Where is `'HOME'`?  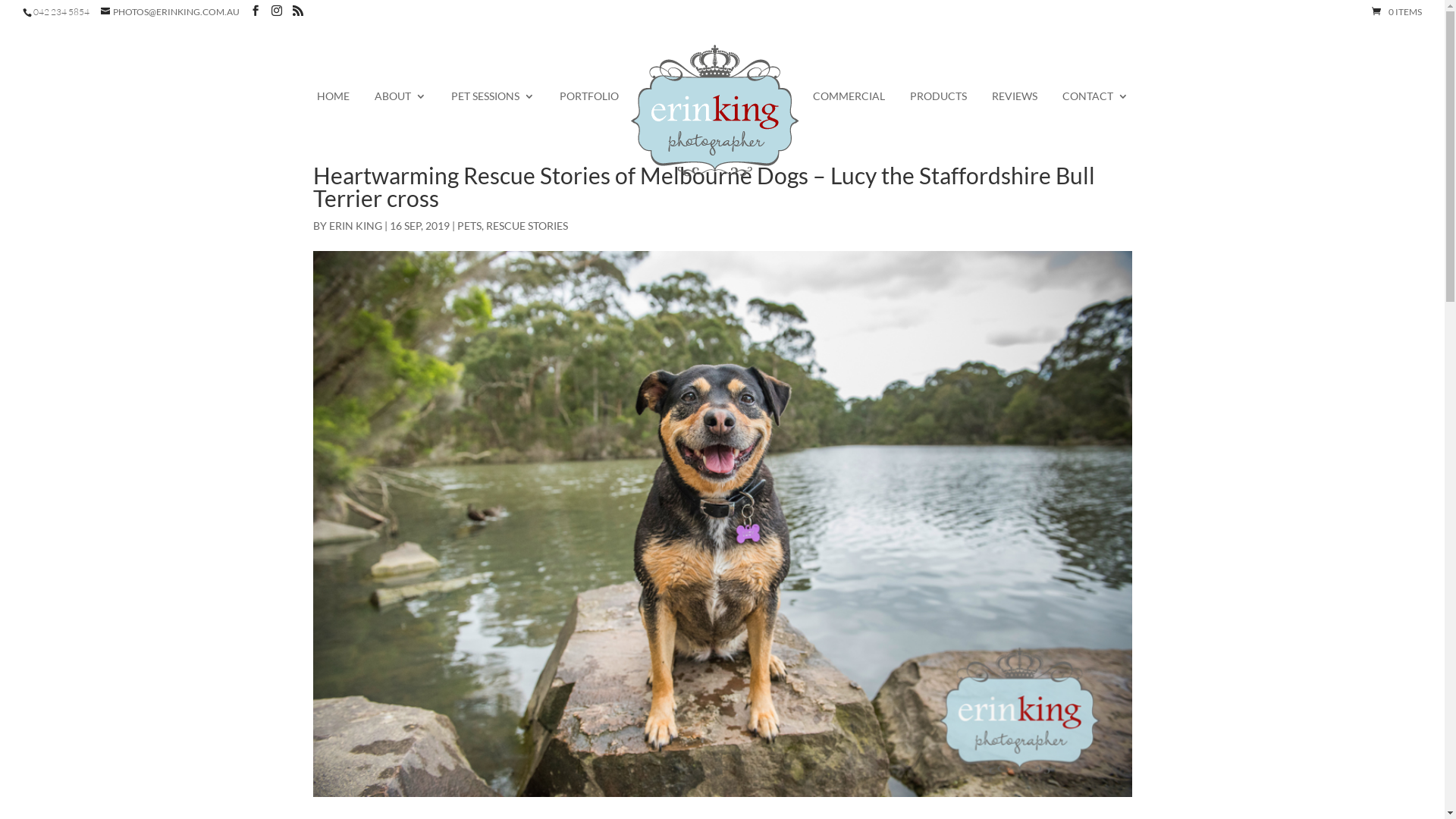
'HOME' is located at coordinates (332, 105).